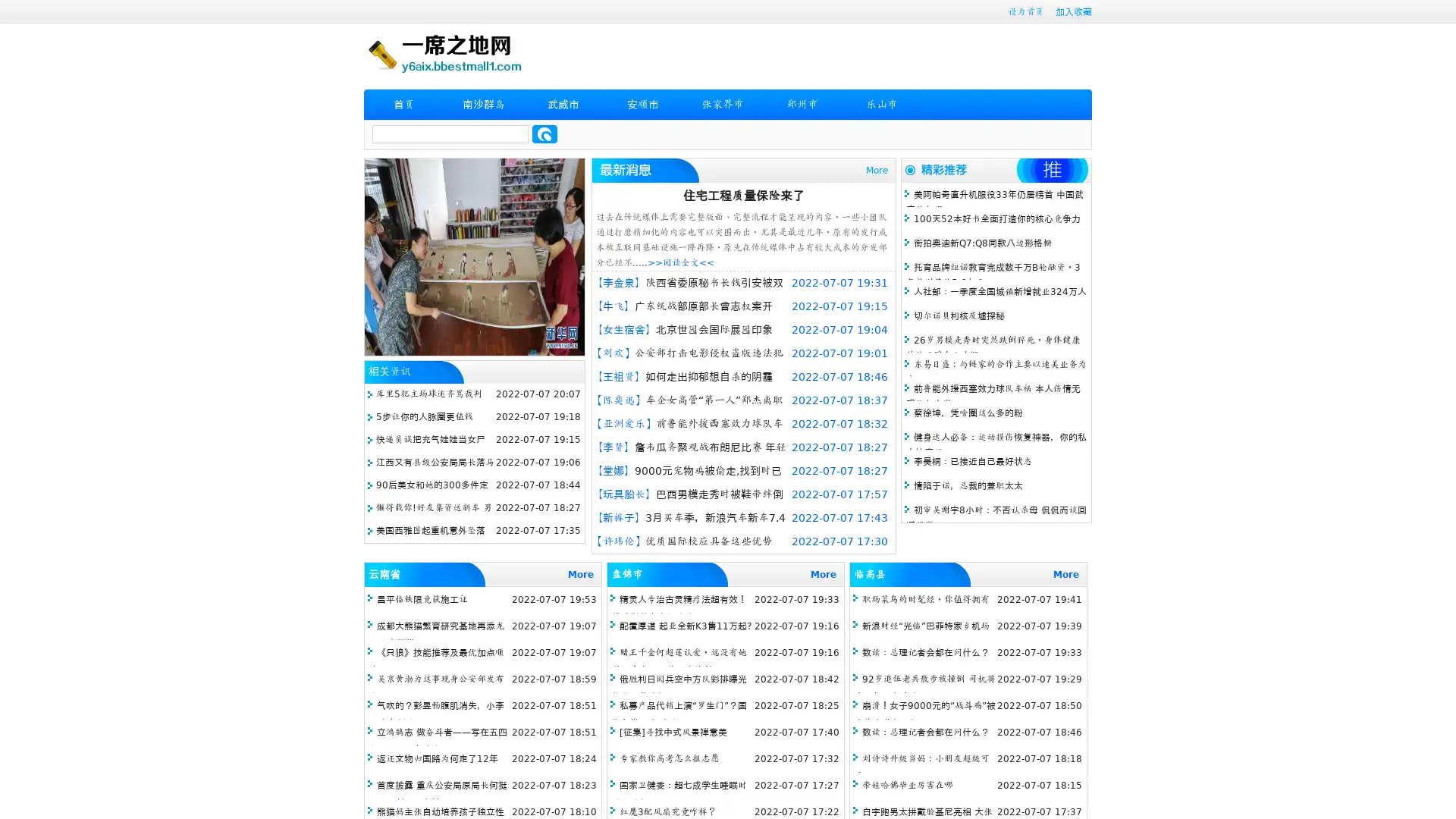 This screenshot has width=1456, height=819. What do you see at coordinates (544, 133) in the screenshot?
I see `Search` at bounding box center [544, 133].